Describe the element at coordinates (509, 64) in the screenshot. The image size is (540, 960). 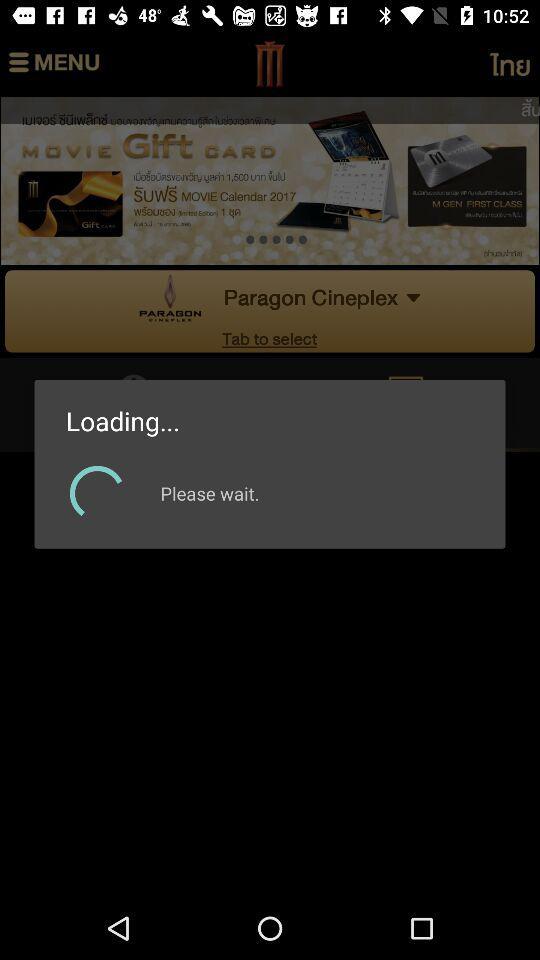
I see `the sliders icon` at that location.